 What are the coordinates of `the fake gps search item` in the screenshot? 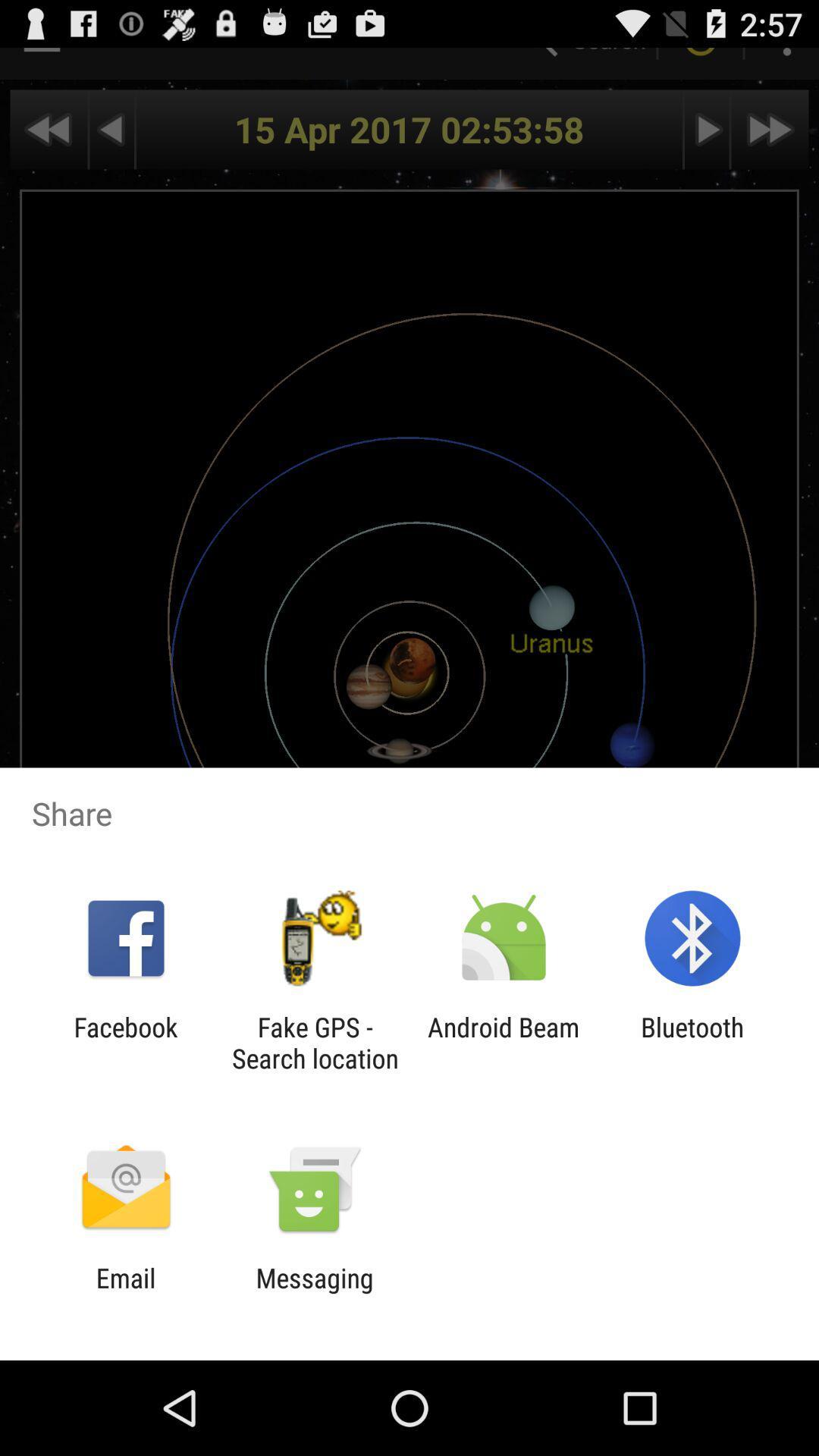 It's located at (314, 1042).